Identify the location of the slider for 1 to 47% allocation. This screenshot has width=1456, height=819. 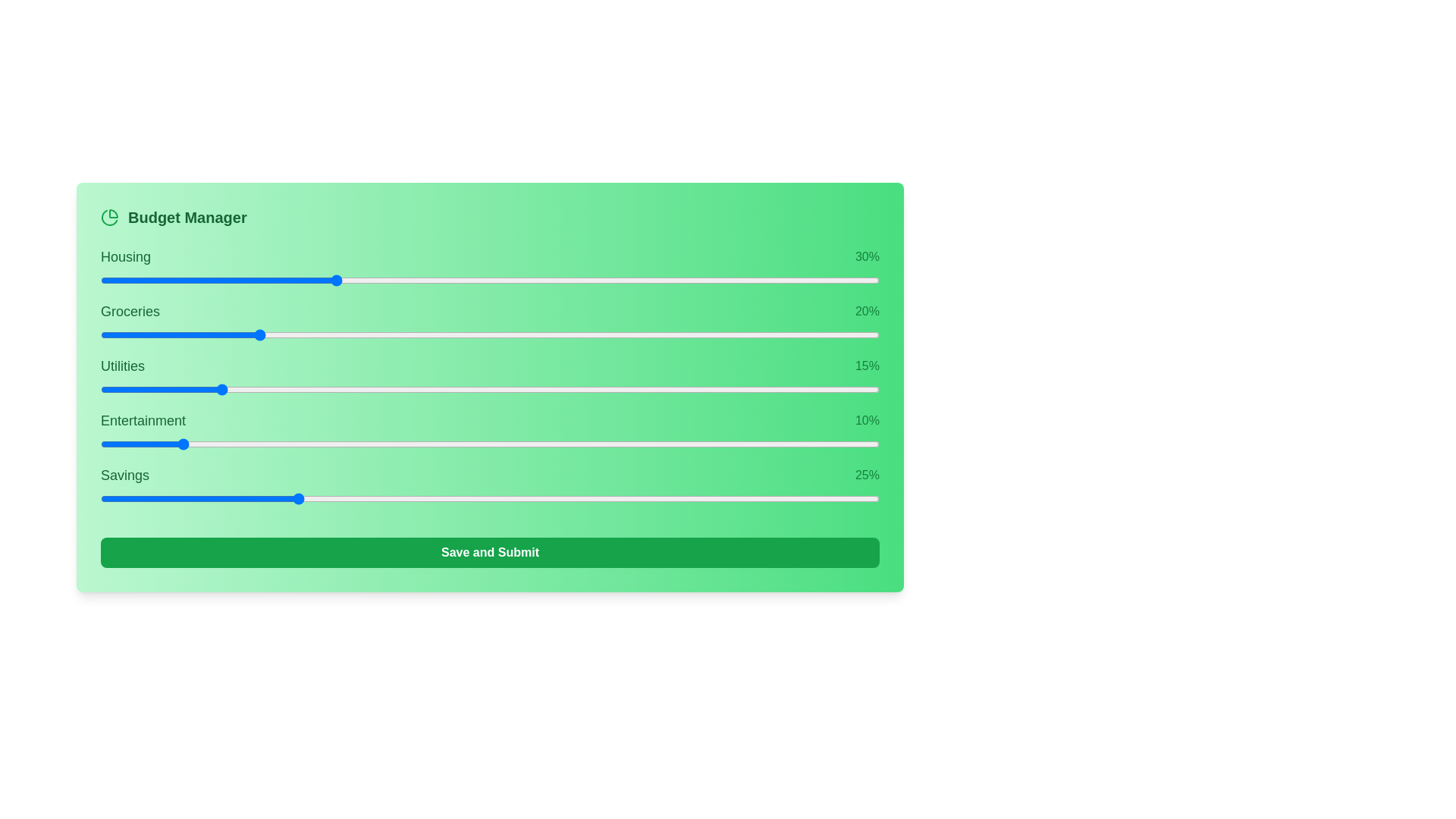
(672, 334).